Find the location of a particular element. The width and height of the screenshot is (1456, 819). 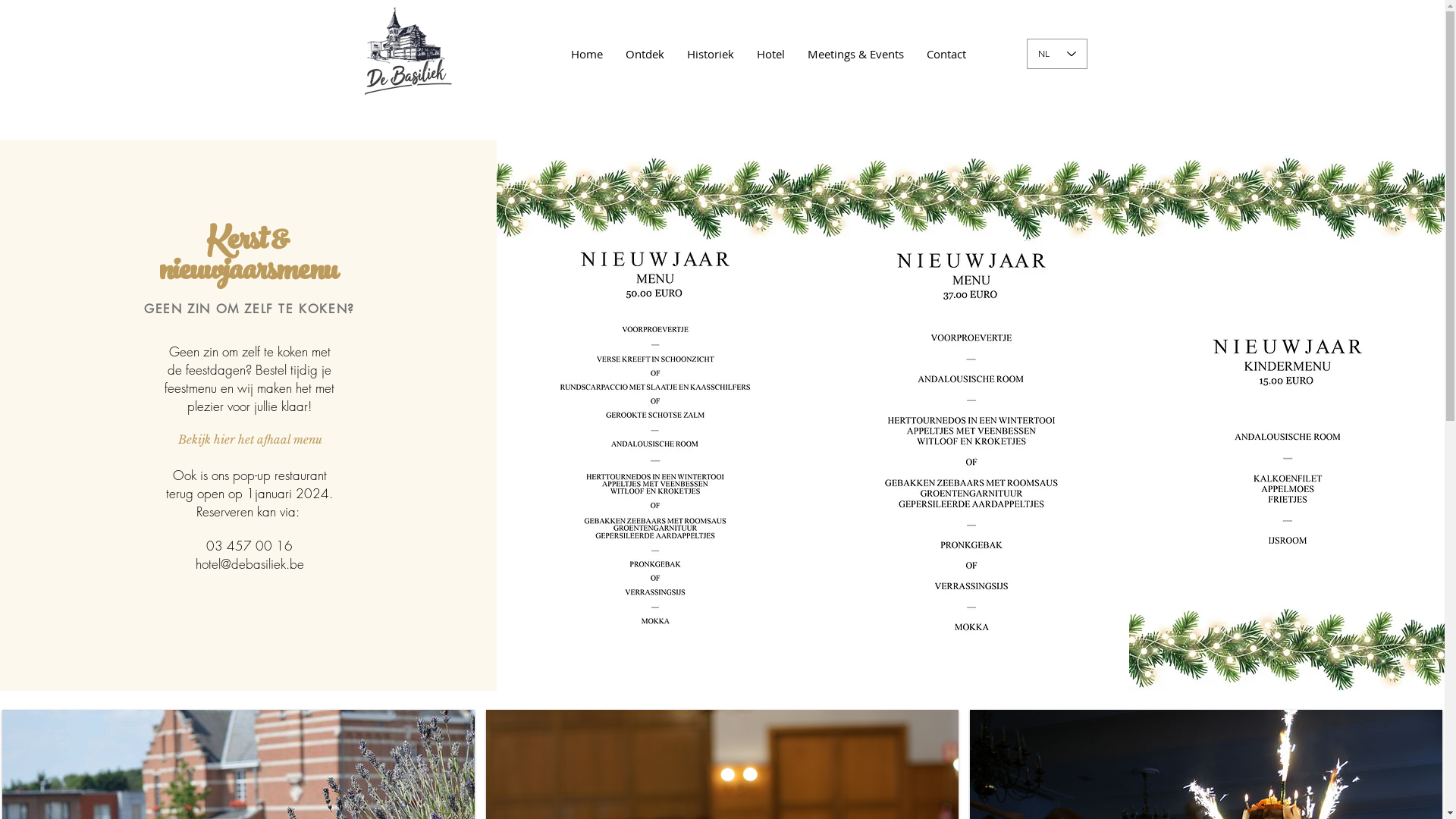

'Historiek' is located at coordinates (709, 52).